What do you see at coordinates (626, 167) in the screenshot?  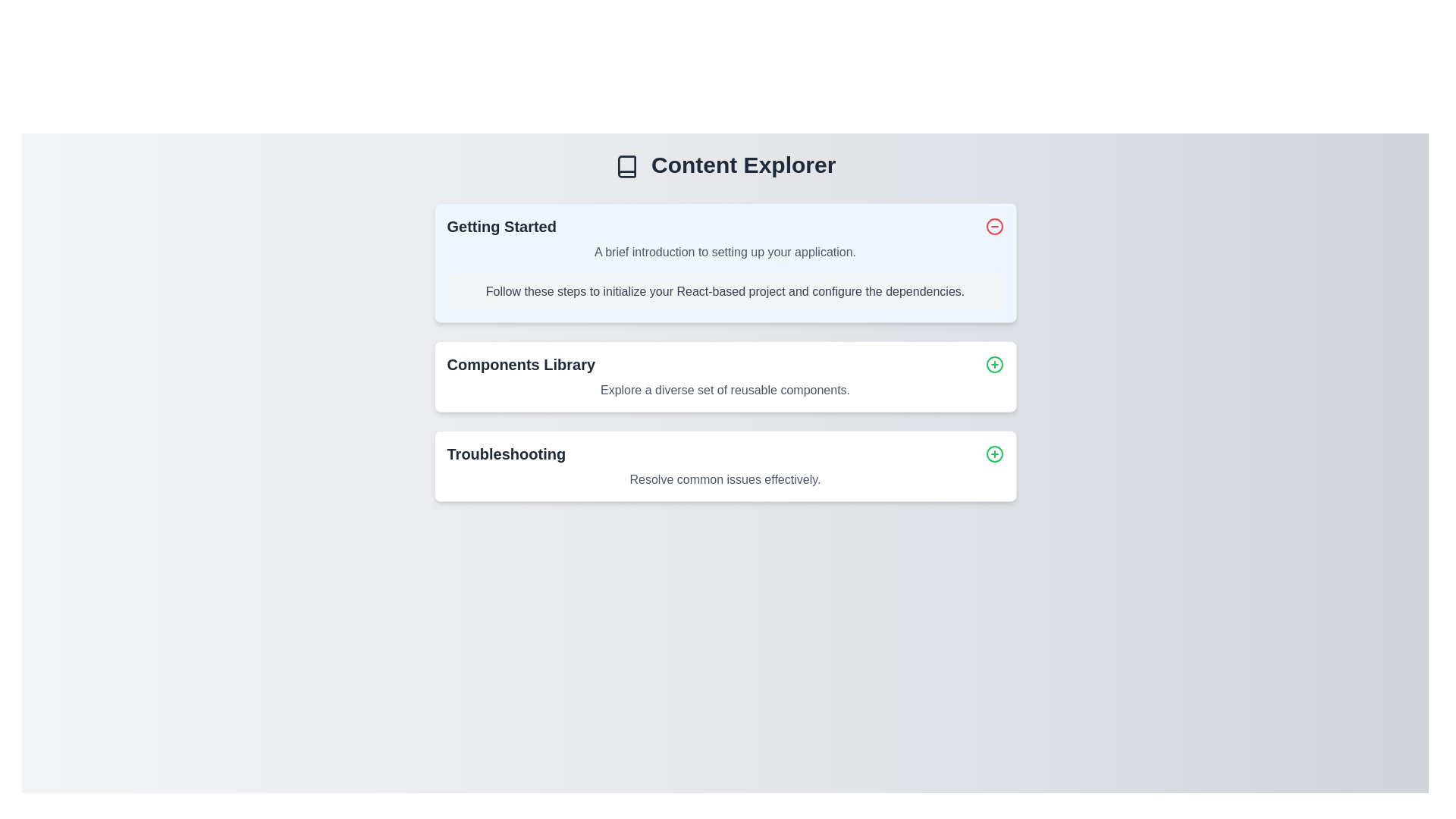 I see `the book icon located to the left of the 'Content Explorer' title, which features a dark outline and minimalistic design` at bounding box center [626, 167].